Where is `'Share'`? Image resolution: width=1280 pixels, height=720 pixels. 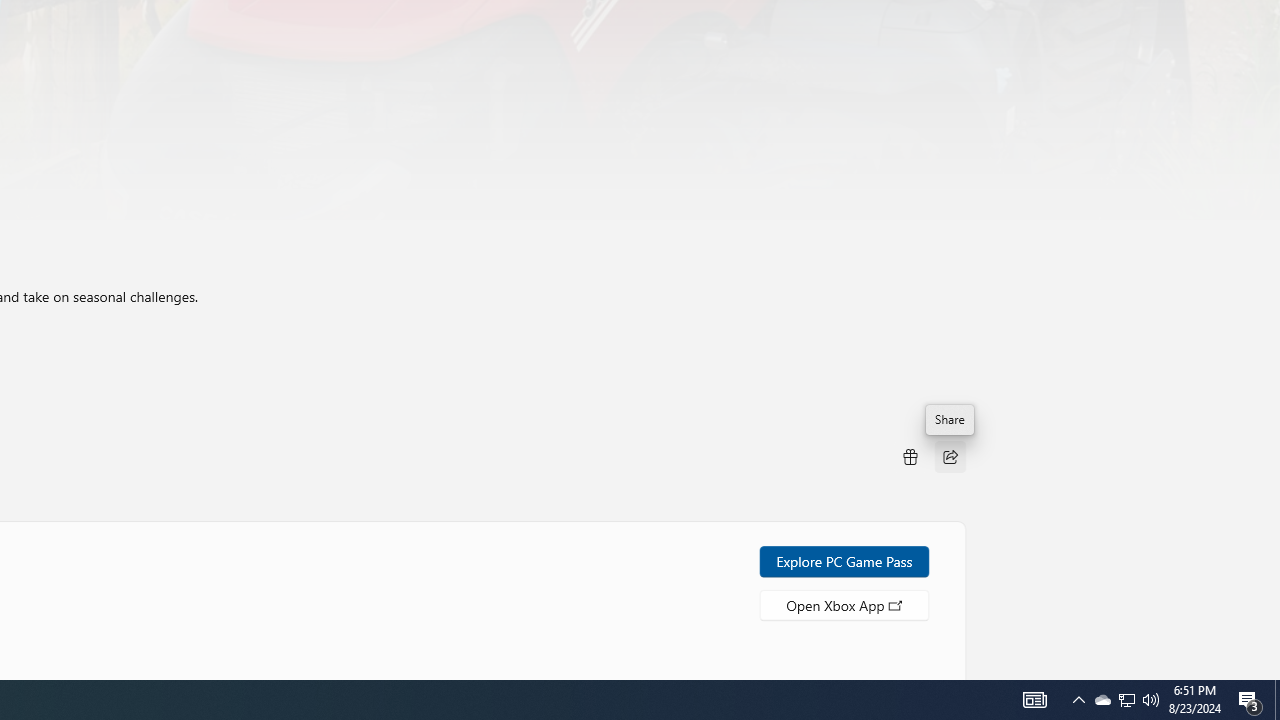 'Share' is located at coordinates (949, 456).